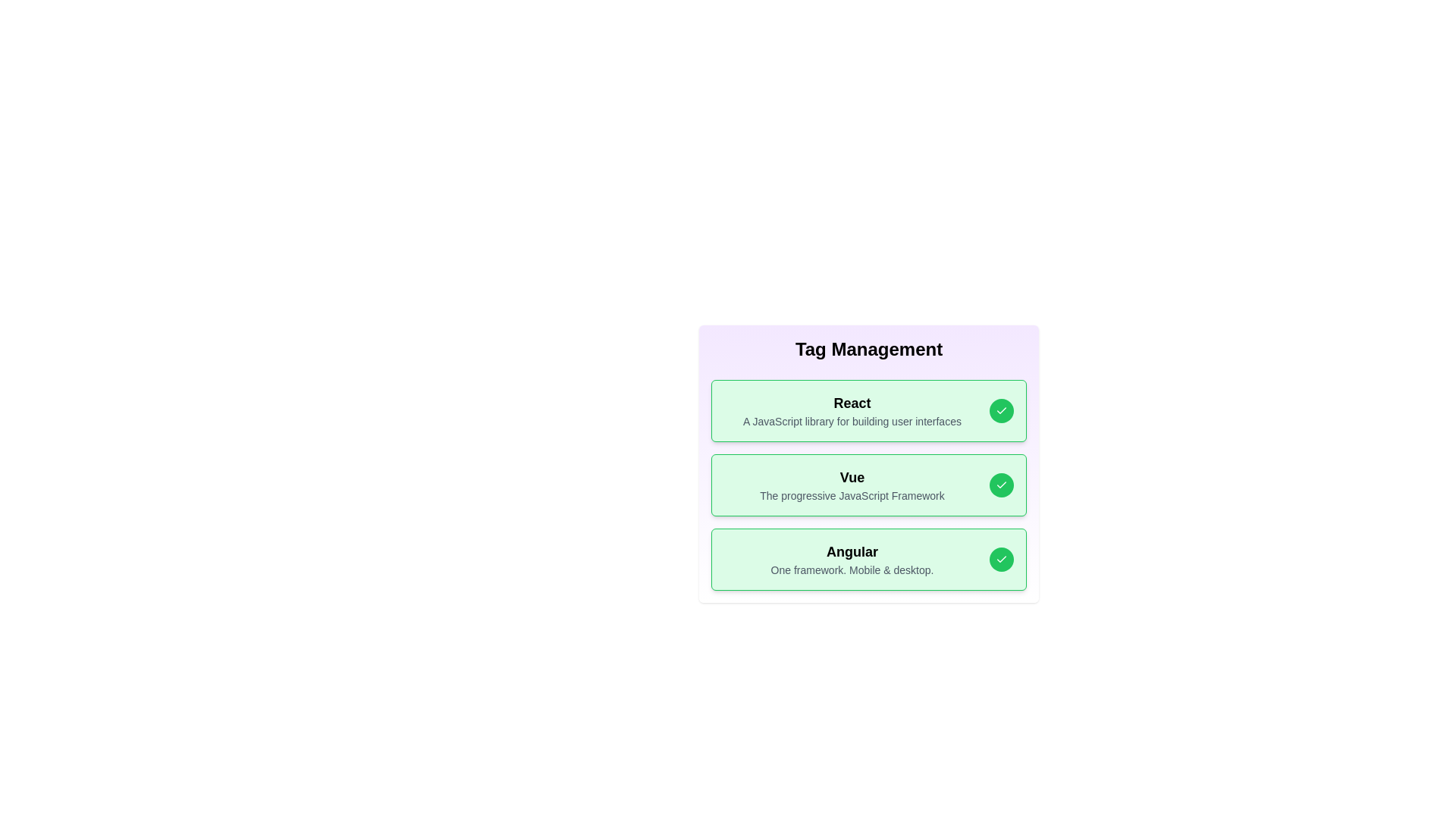 The image size is (1456, 819). Describe the element at coordinates (1001, 411) in the screenshot. I see `the check button for the tag React to toggle its active state` at that location.